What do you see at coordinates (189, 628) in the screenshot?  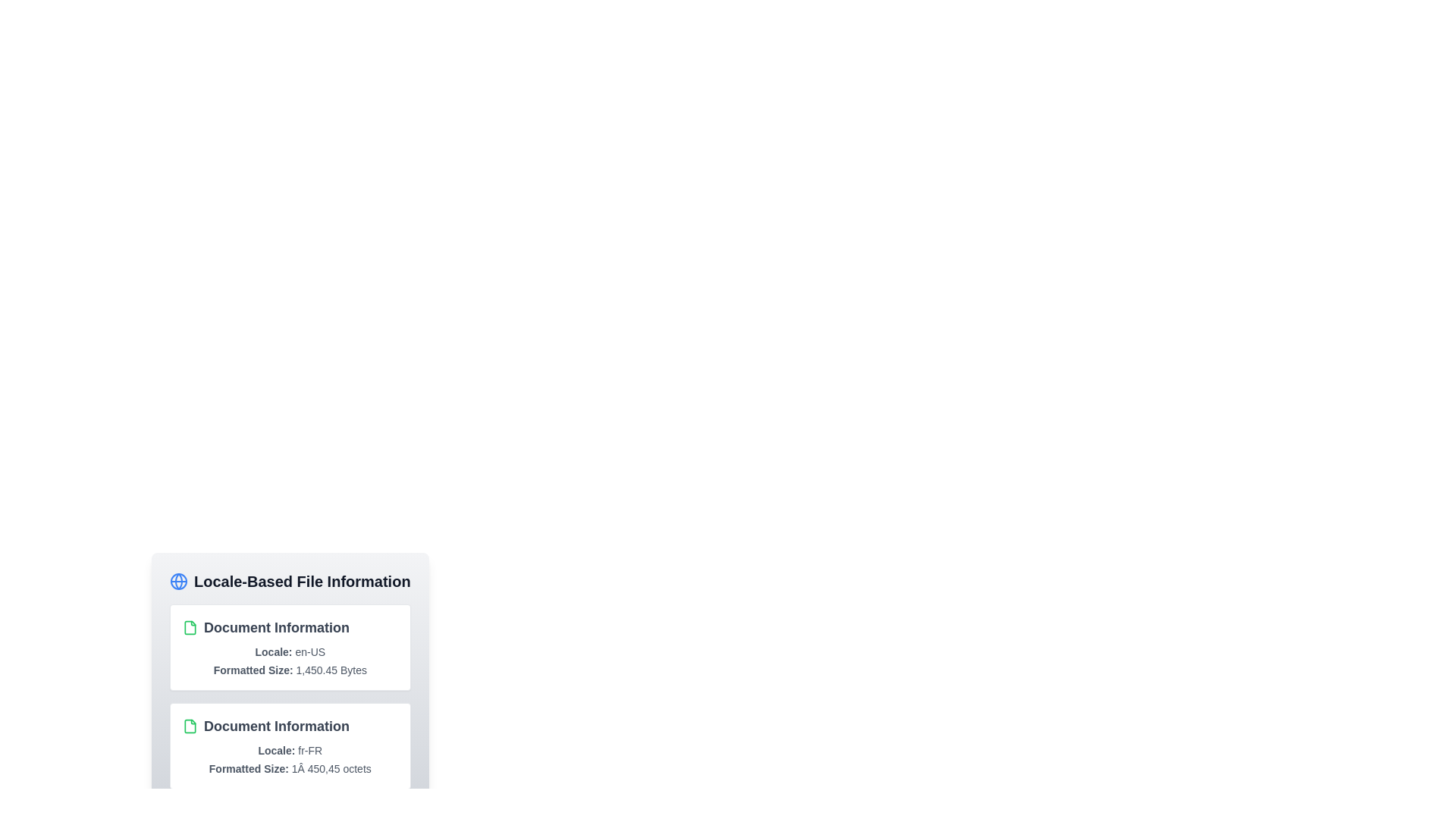 I see `the file icon next to 'Document Information' under the 'Locale-Based File Information' header to understand its representation` at bounding box center [189, 628].